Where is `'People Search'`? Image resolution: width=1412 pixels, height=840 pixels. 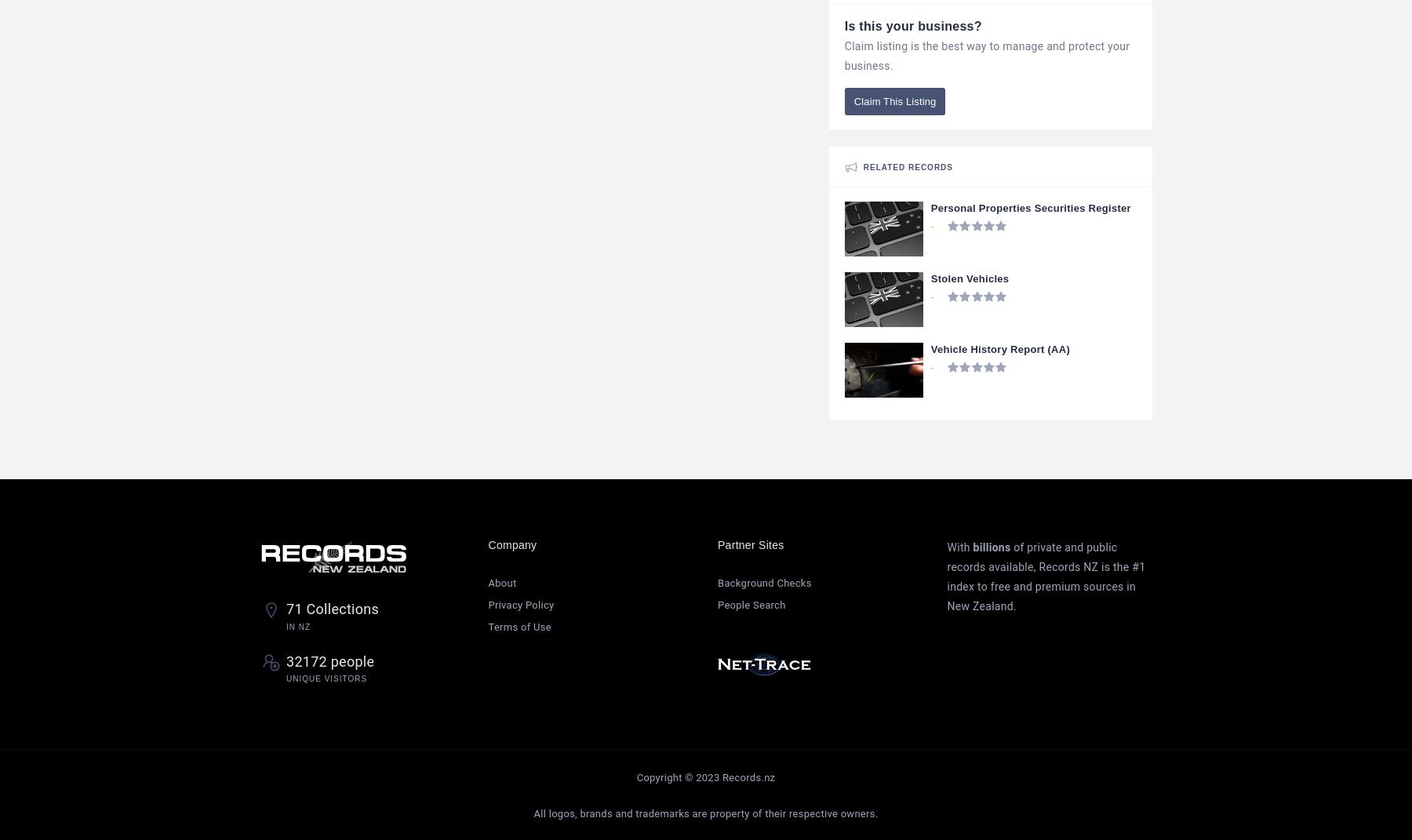 'People Search' is located at coordinates (716, 603).